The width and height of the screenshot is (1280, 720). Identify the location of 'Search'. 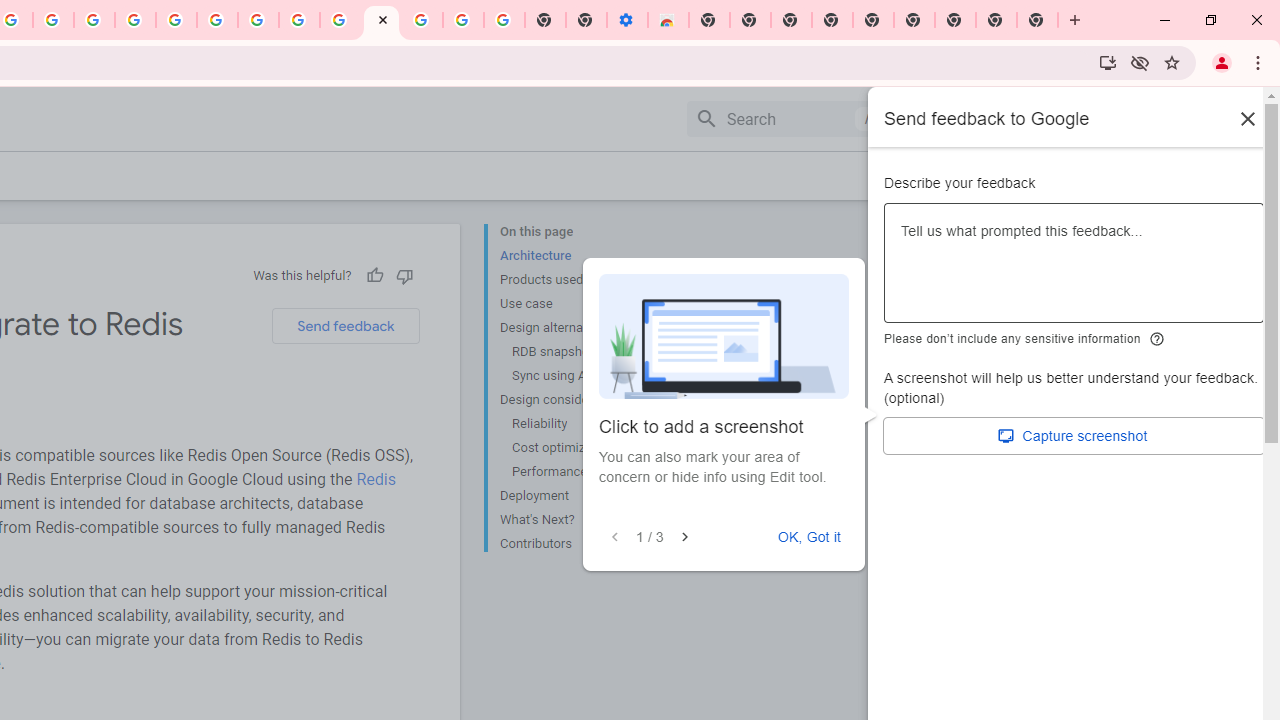
(785, 118).